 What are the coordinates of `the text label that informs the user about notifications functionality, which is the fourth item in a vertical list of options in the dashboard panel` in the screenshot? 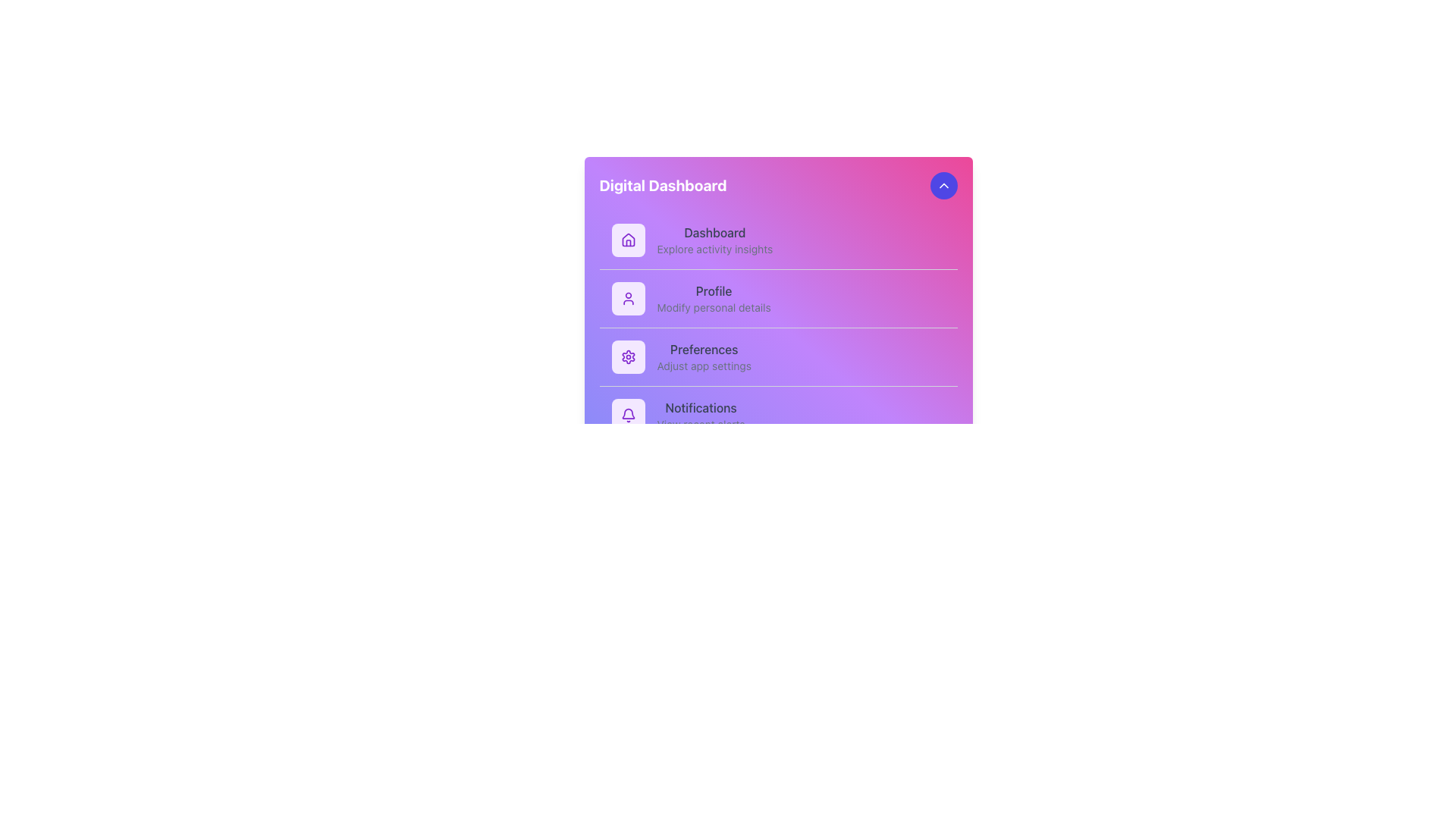 It's located at (700, 415).